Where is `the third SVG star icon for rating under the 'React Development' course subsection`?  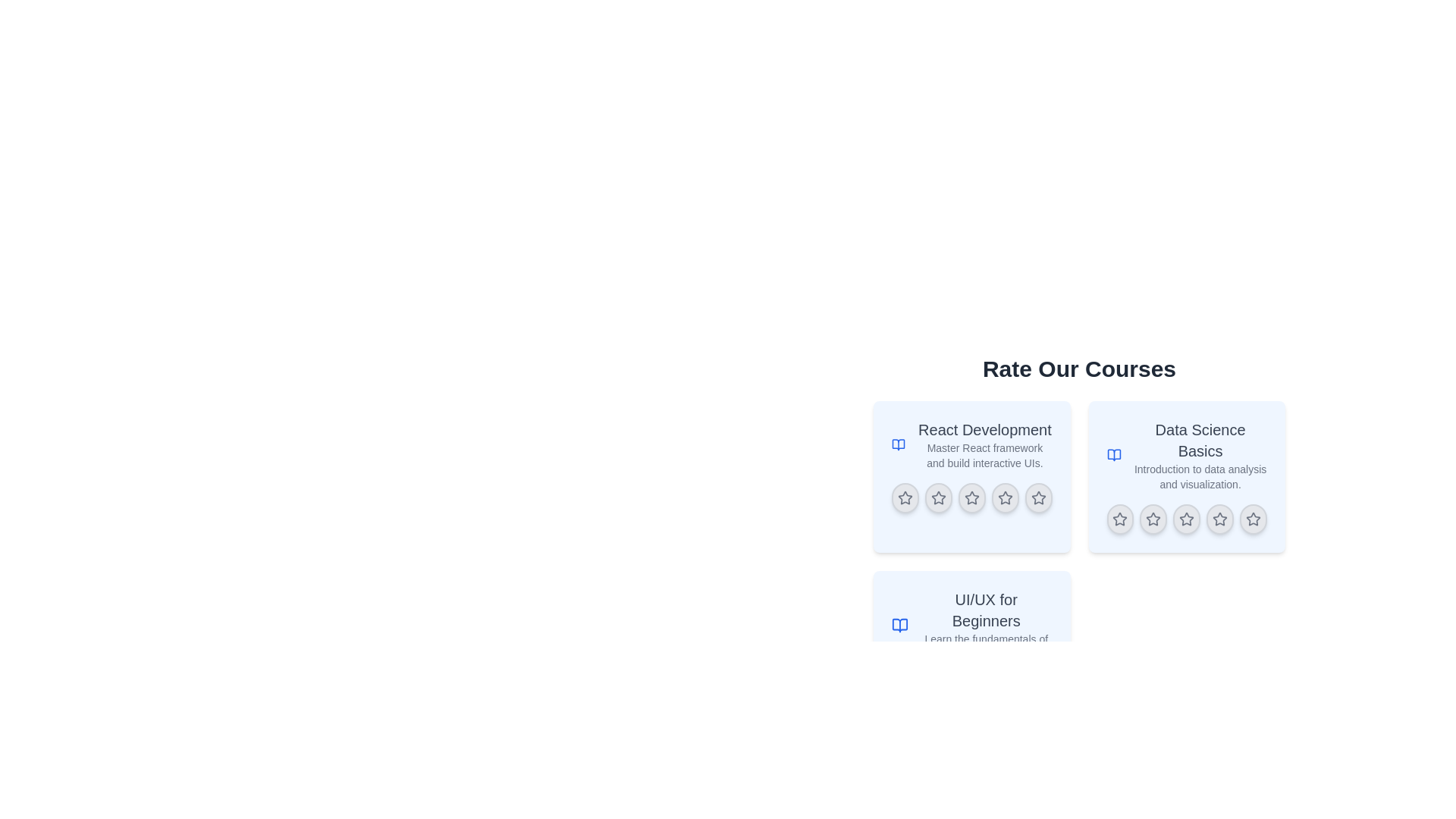
the third SVG star icon for rating under the 'React Development' course subsection is located at coordinates (937, 497).